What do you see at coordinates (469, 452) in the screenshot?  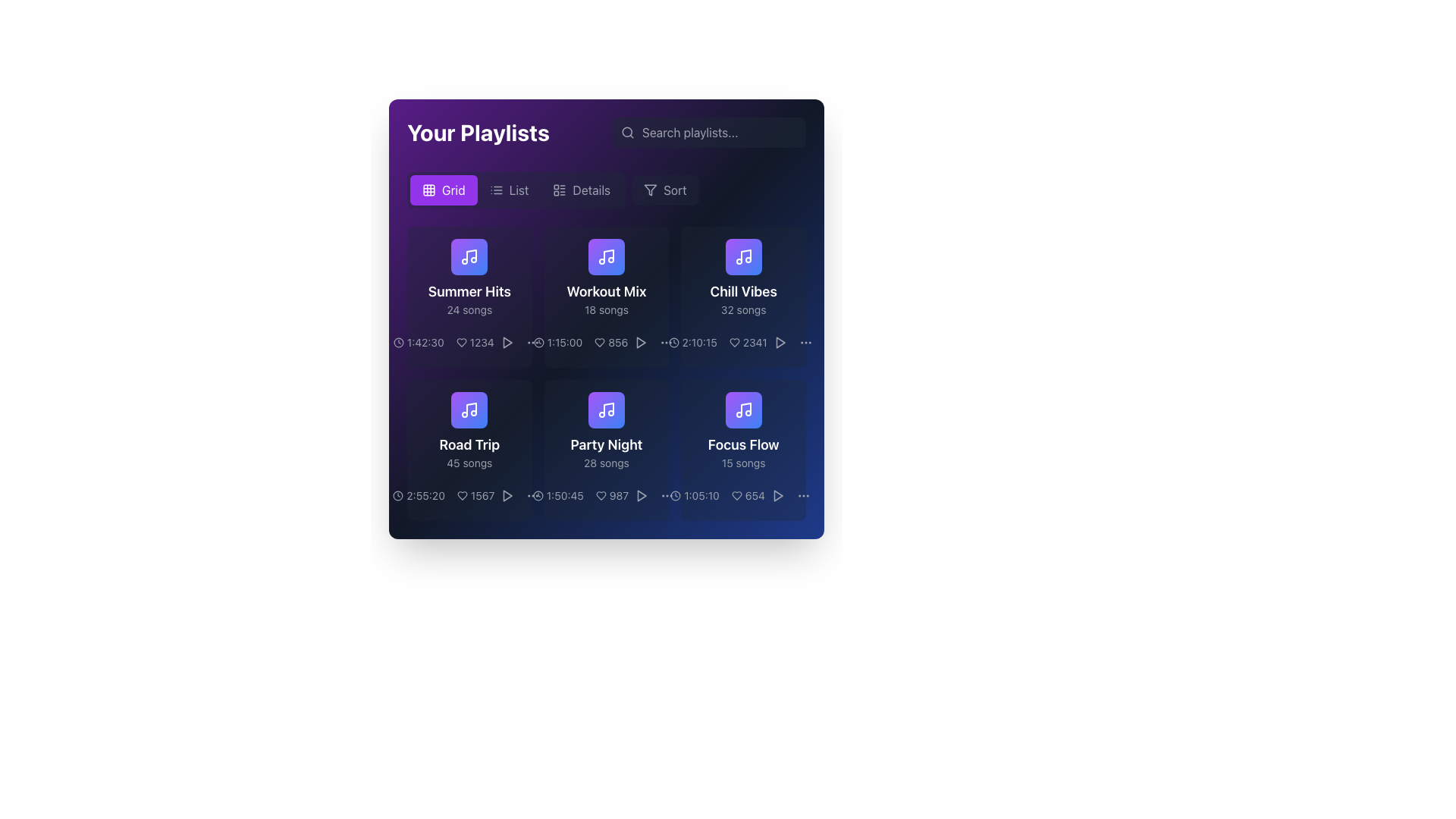 I see `the text label that displays the title 'Road Trip' and the number of songs '45 songs', located in the third item of the first row under 'Your Playlists'` at bounding box center [469, 452].